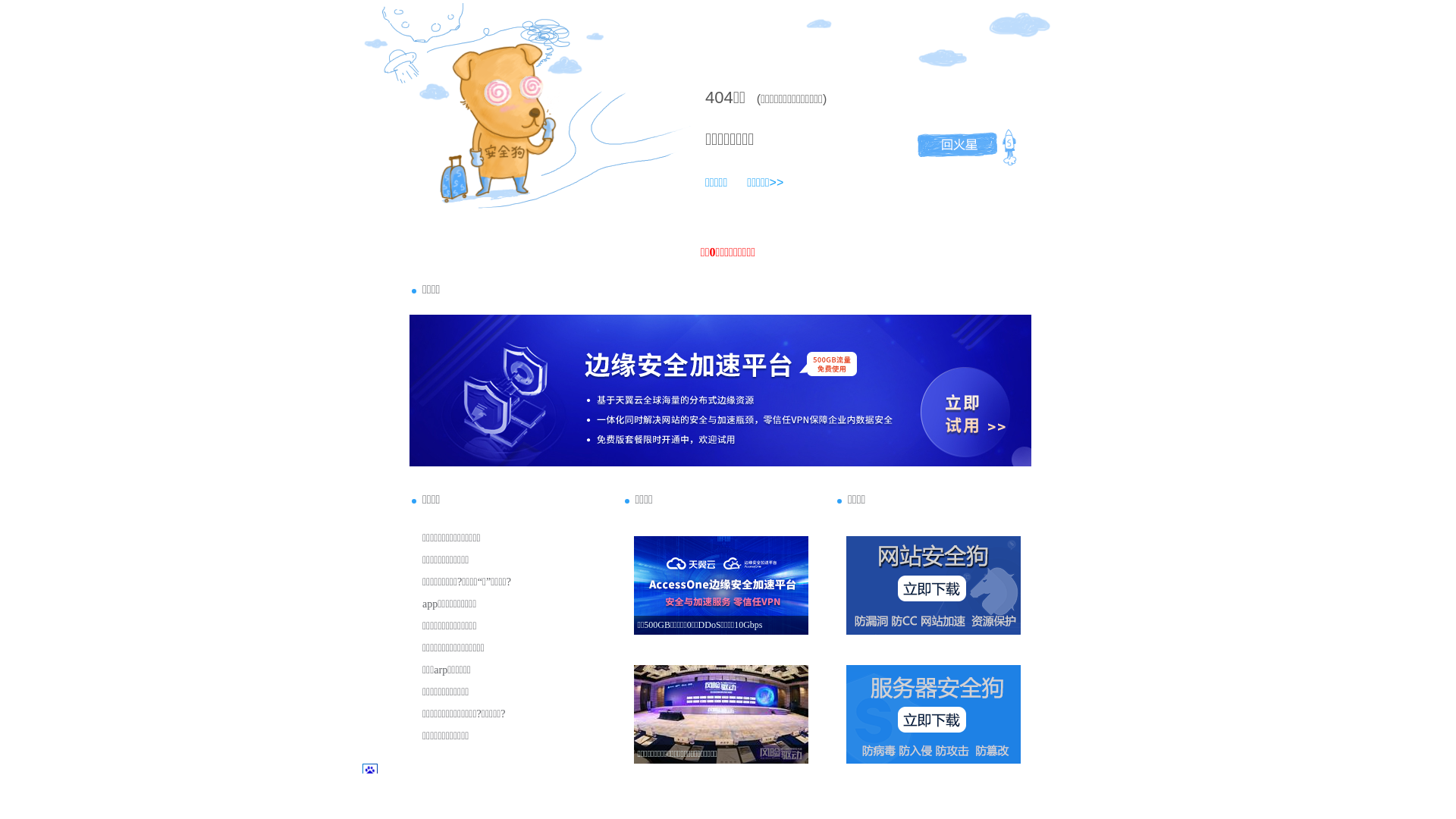  What do you see at coordinates (718, 97) in the screenshot?
I see `'404'` at bounding box center [718, 97].